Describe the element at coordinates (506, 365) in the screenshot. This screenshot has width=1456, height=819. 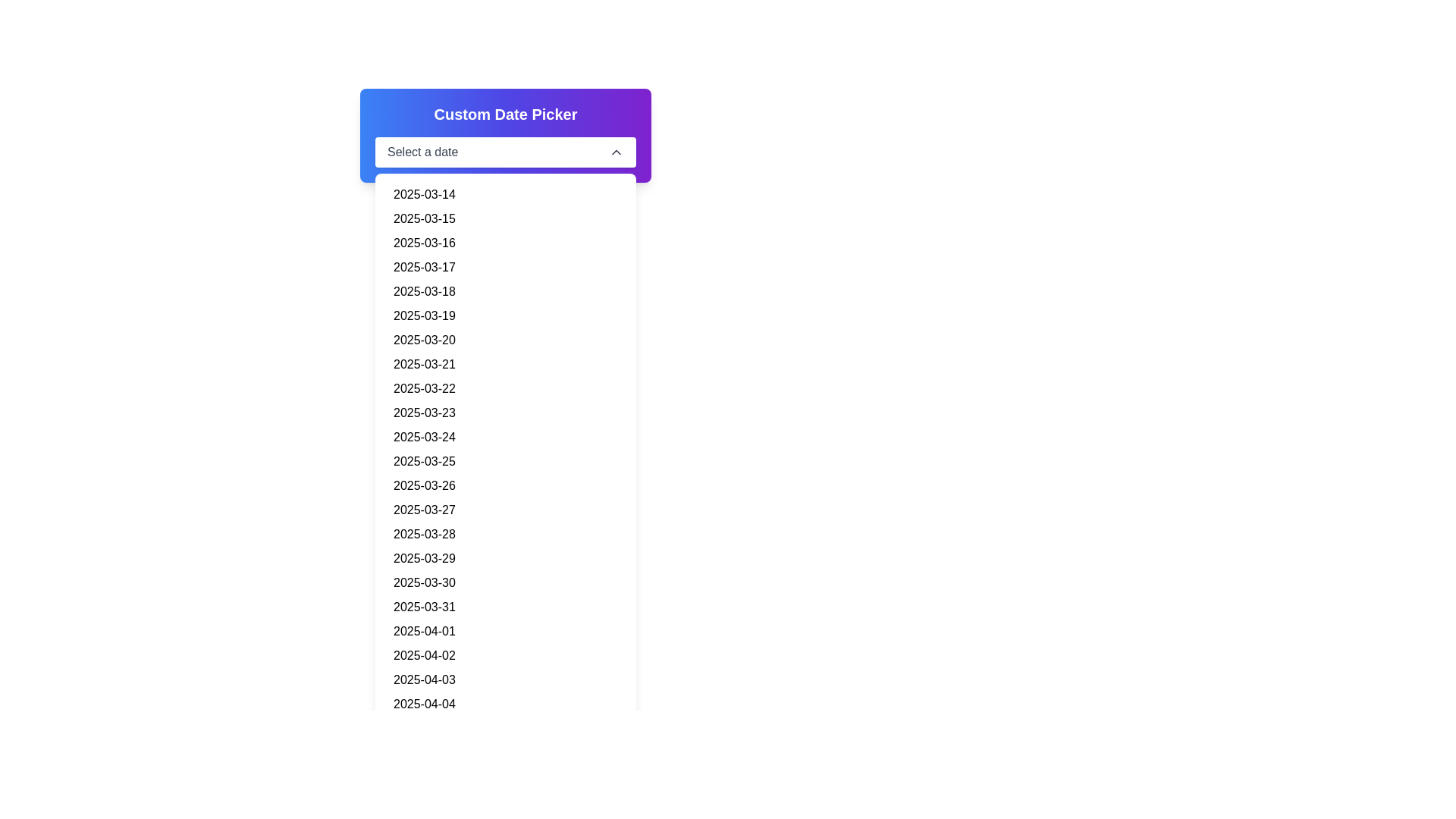
I see `the list item displaying the date '2025-03-21'` at that location.